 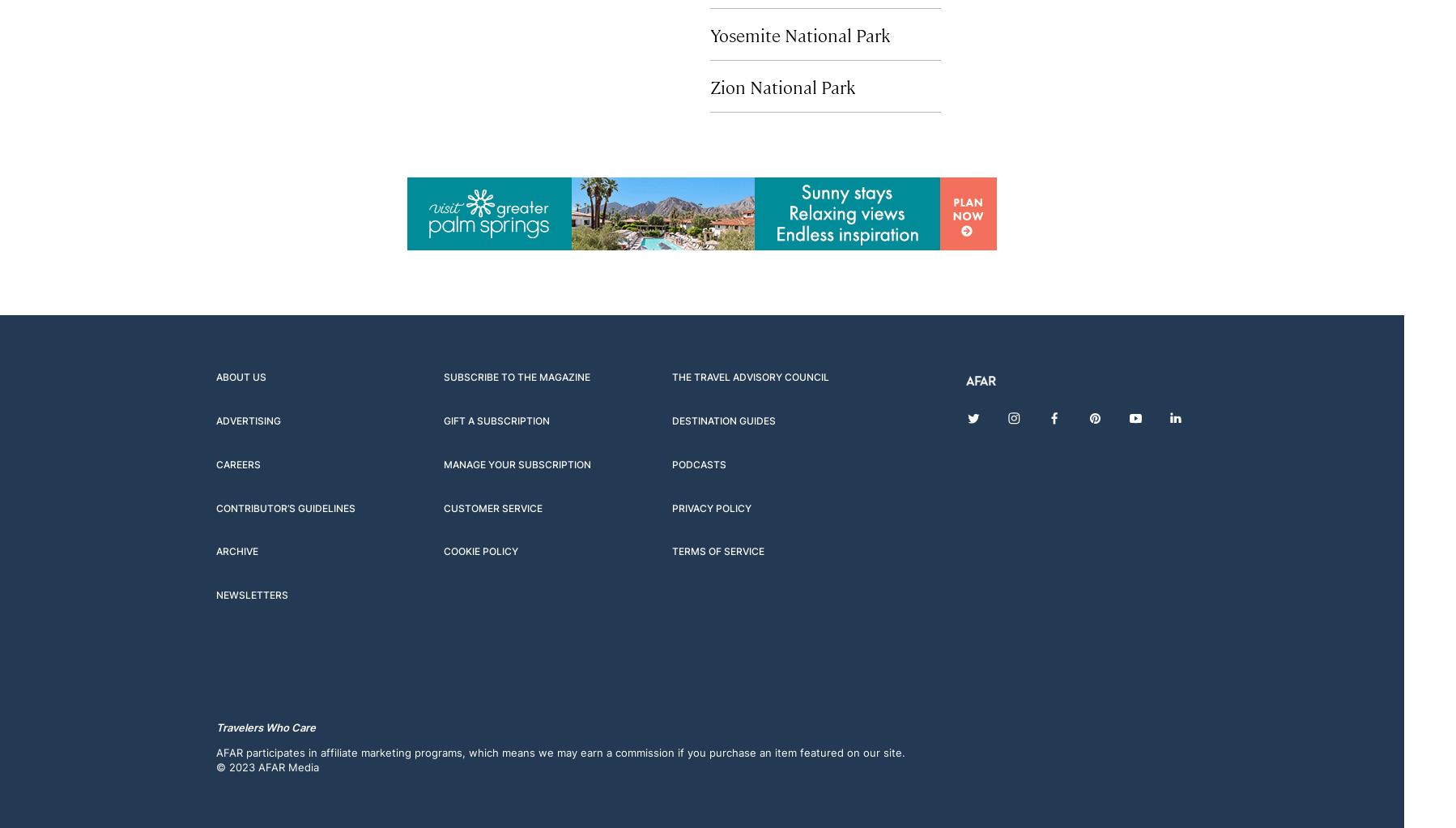 I want to click on 'Manage your subscription', so click(x=517, y=463).